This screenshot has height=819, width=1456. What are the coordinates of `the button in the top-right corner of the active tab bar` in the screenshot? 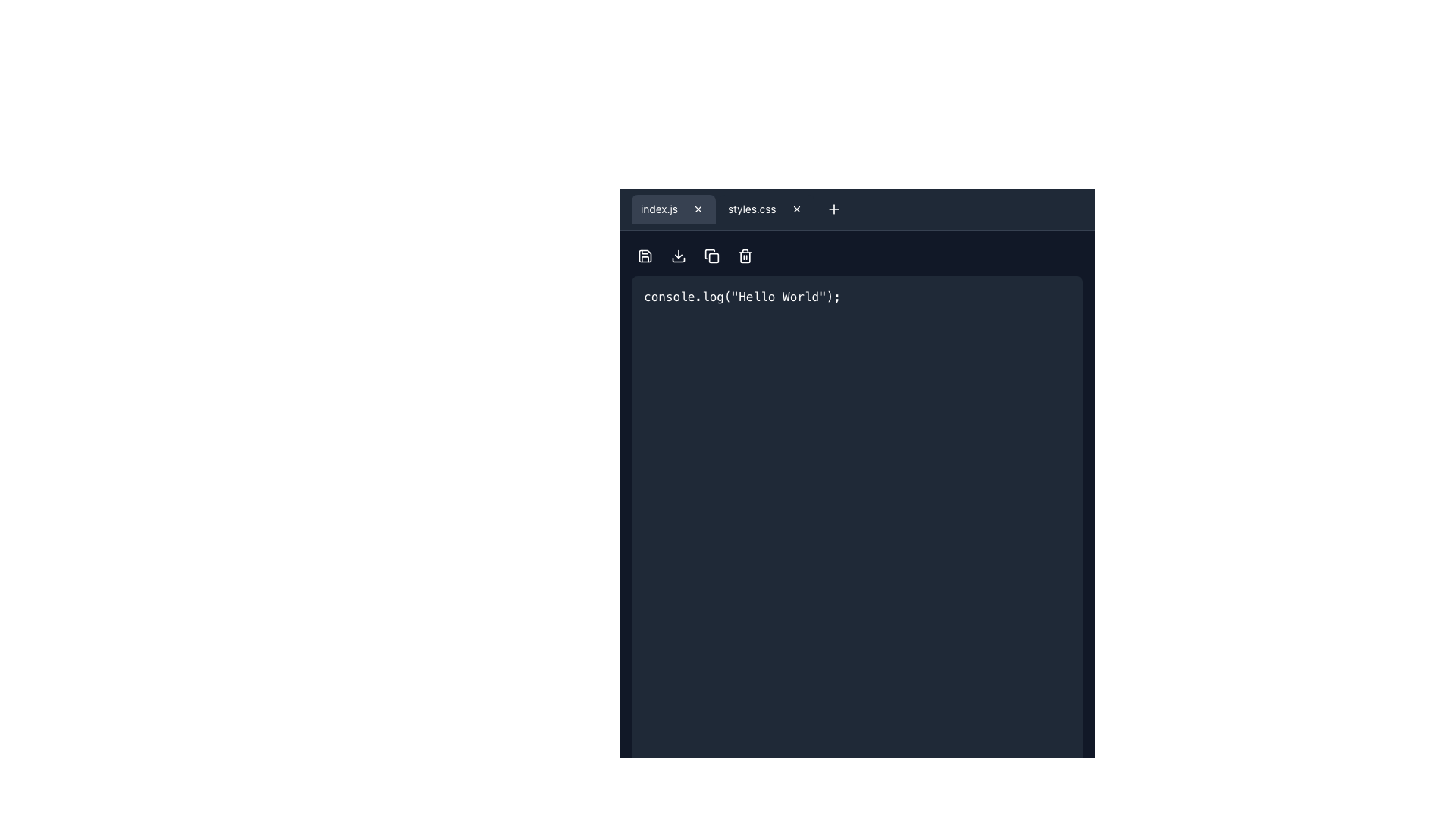 It's located at (833, 209).